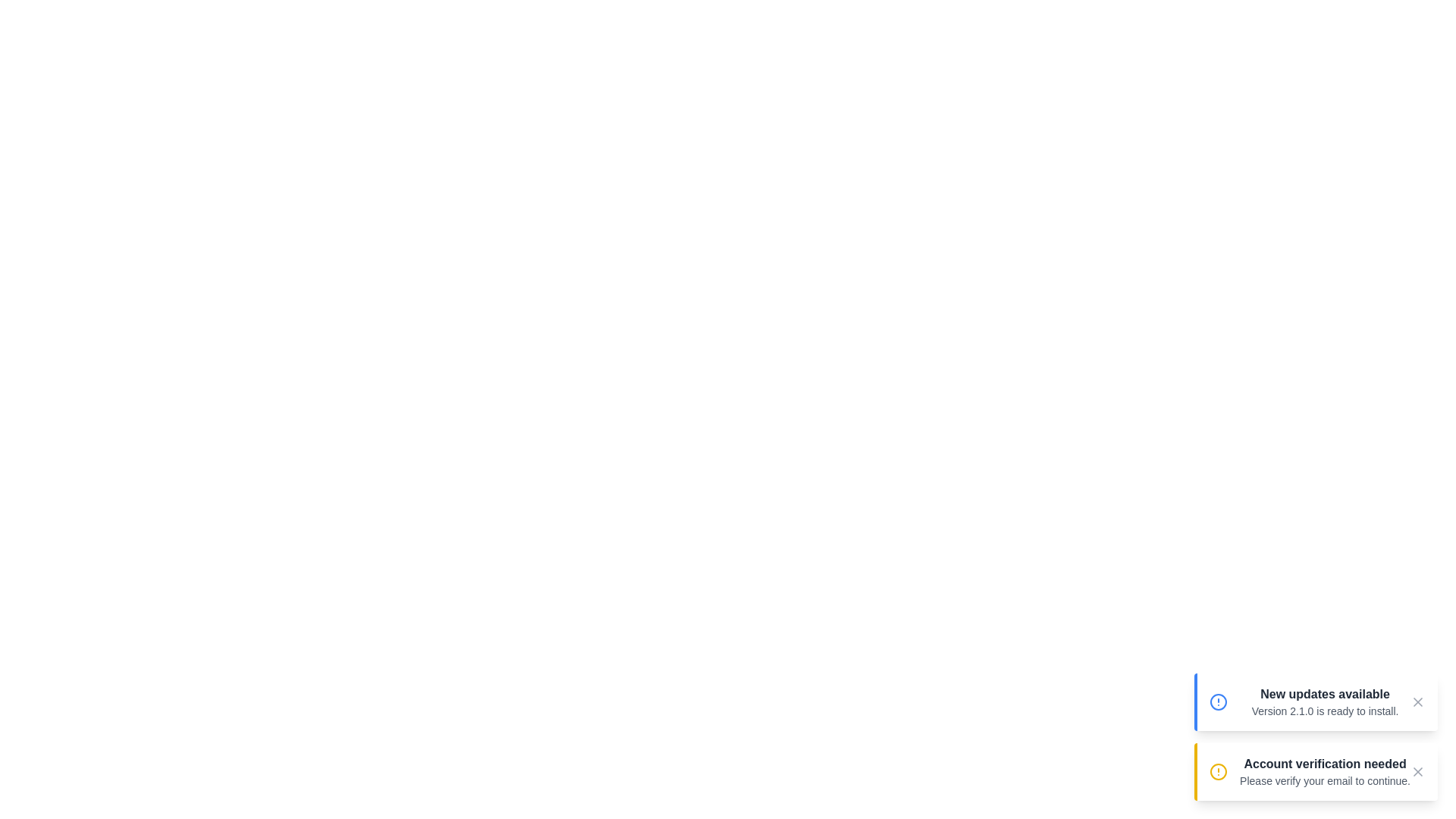 The width and height of the screenshot is (1456, 819). Describe the element at coordinates (1315, 772) in the screenshot. I see `the notification Account verification needed` at that location.